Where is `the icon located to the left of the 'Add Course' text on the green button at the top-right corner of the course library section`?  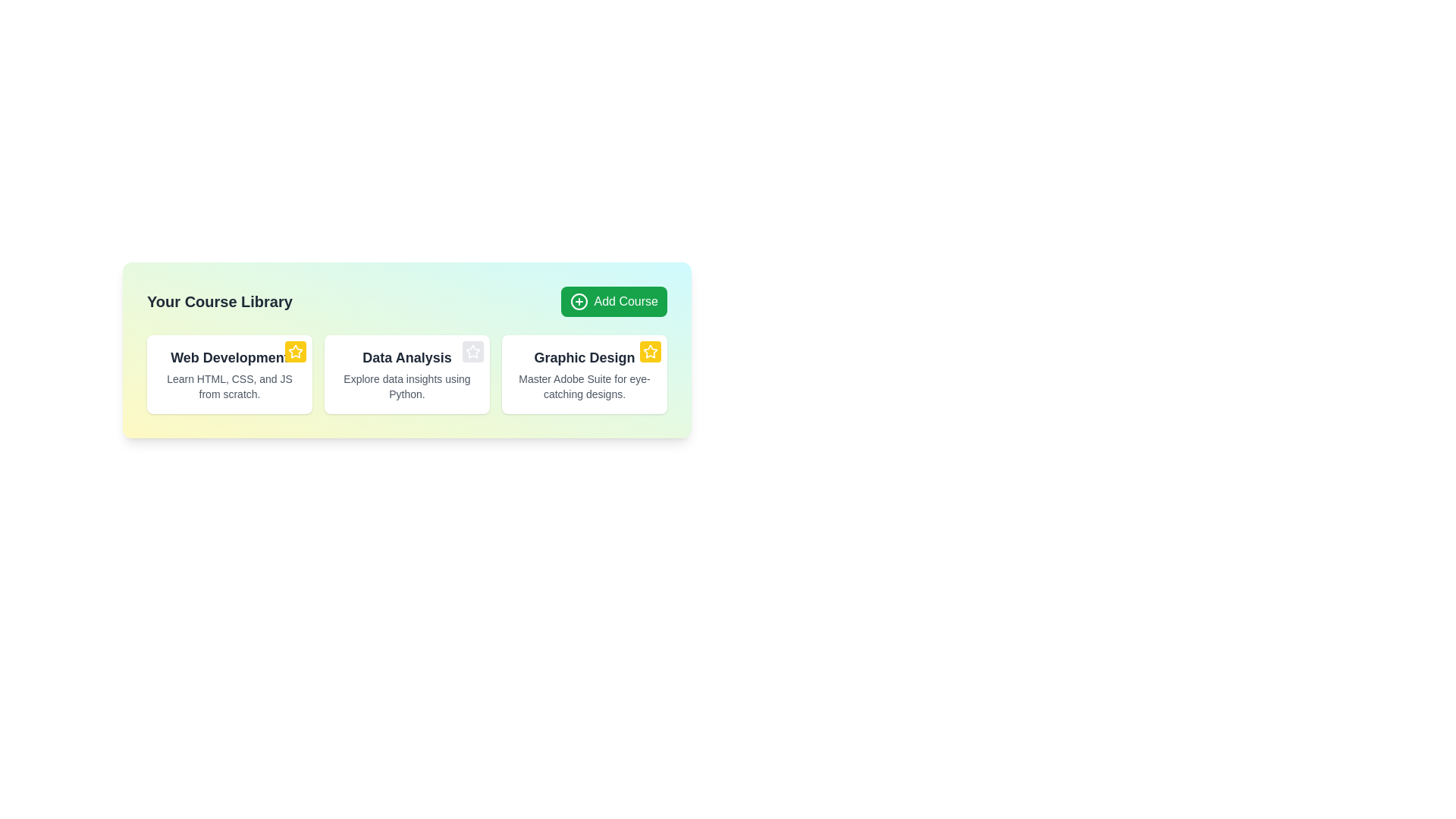 the icon located to the left of the 'Add Course' text on the green button at the top-right corner of the course library section is located at coordinates (578, 301).